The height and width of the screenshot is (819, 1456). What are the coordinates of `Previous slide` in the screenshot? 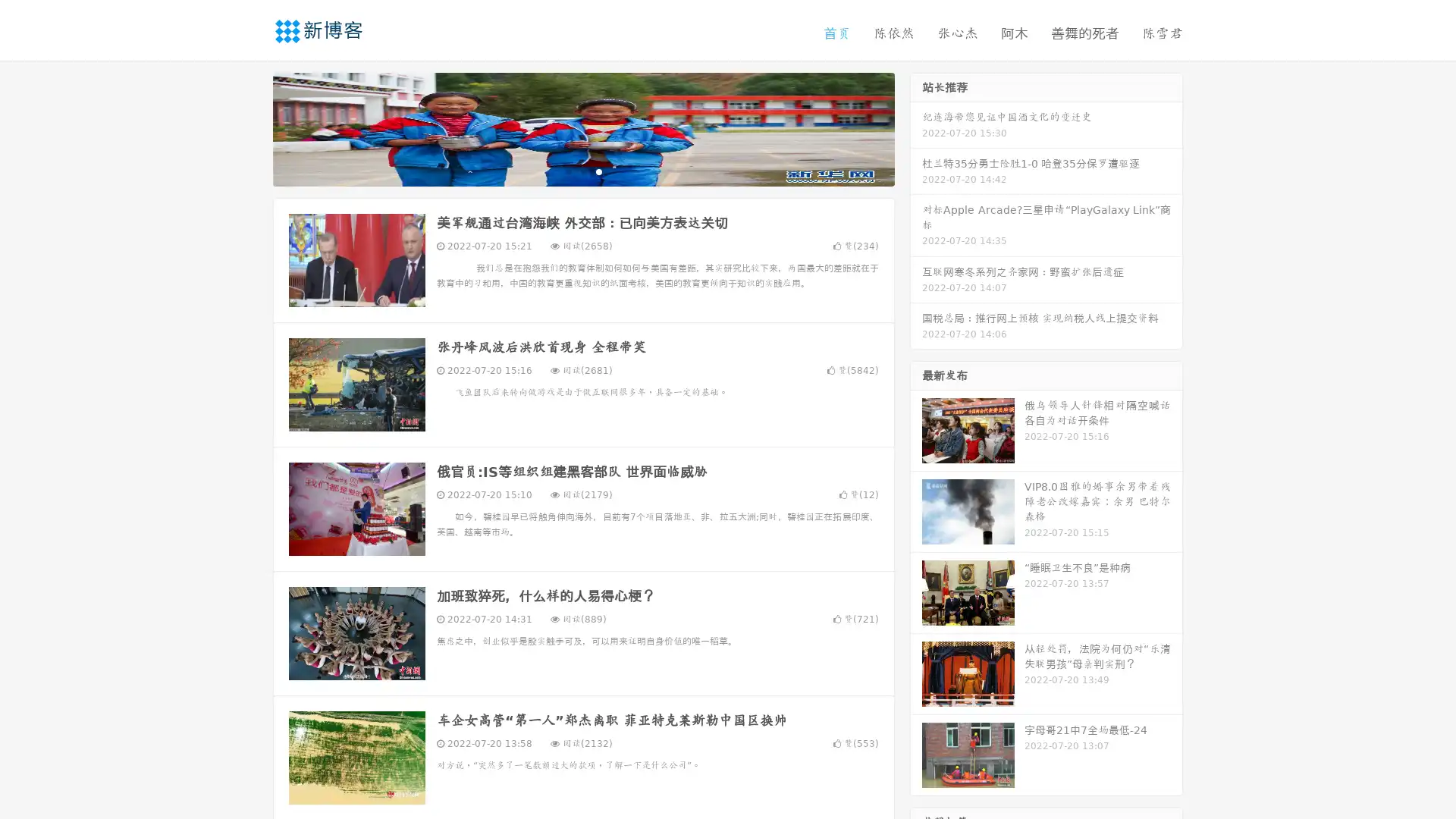 It's located at (250, 127).